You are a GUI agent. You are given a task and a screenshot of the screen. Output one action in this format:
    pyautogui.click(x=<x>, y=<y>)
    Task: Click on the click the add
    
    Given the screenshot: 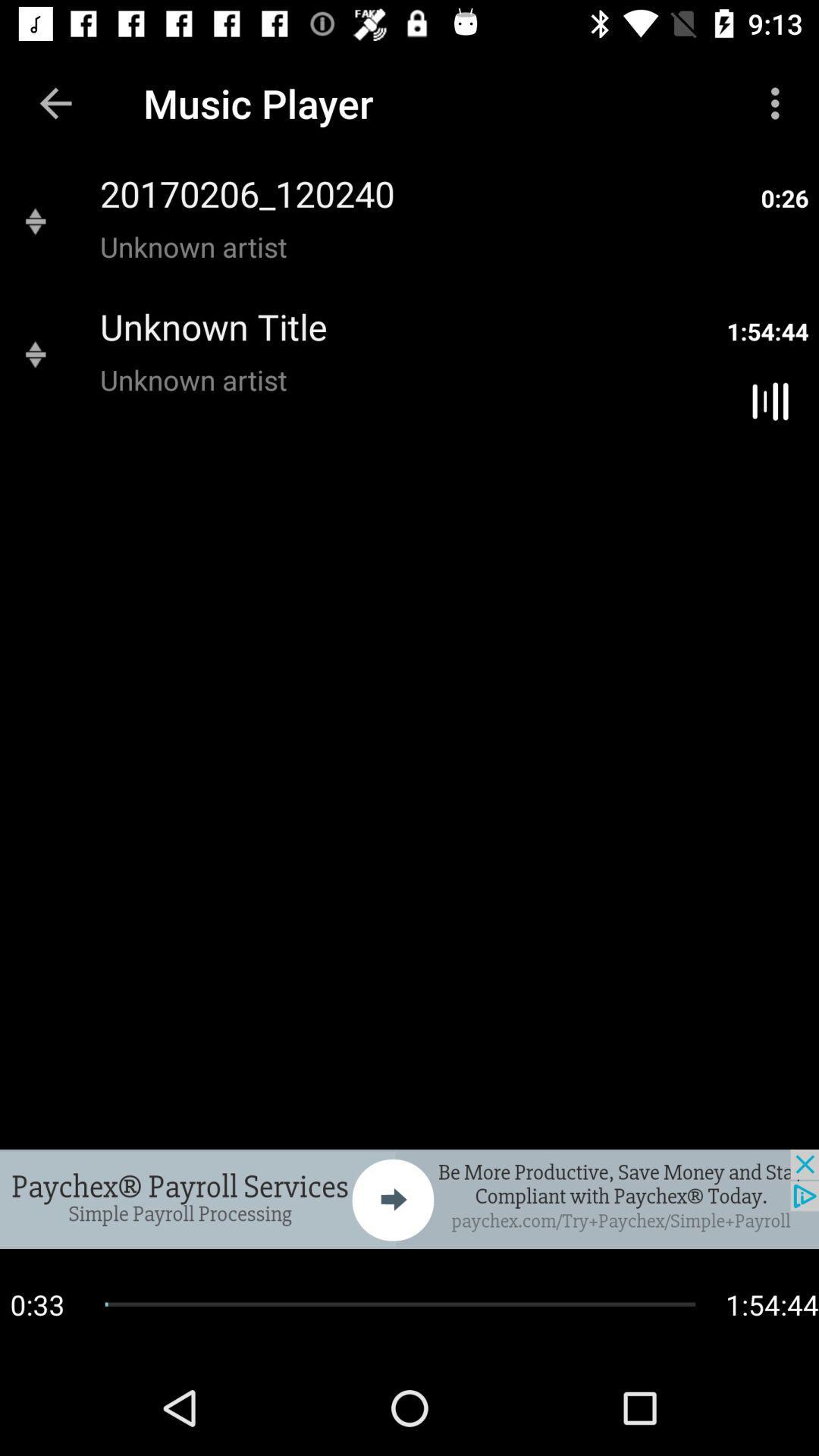 What is the action you would take?
    pyautogui.click(x=409, y=1198)
    